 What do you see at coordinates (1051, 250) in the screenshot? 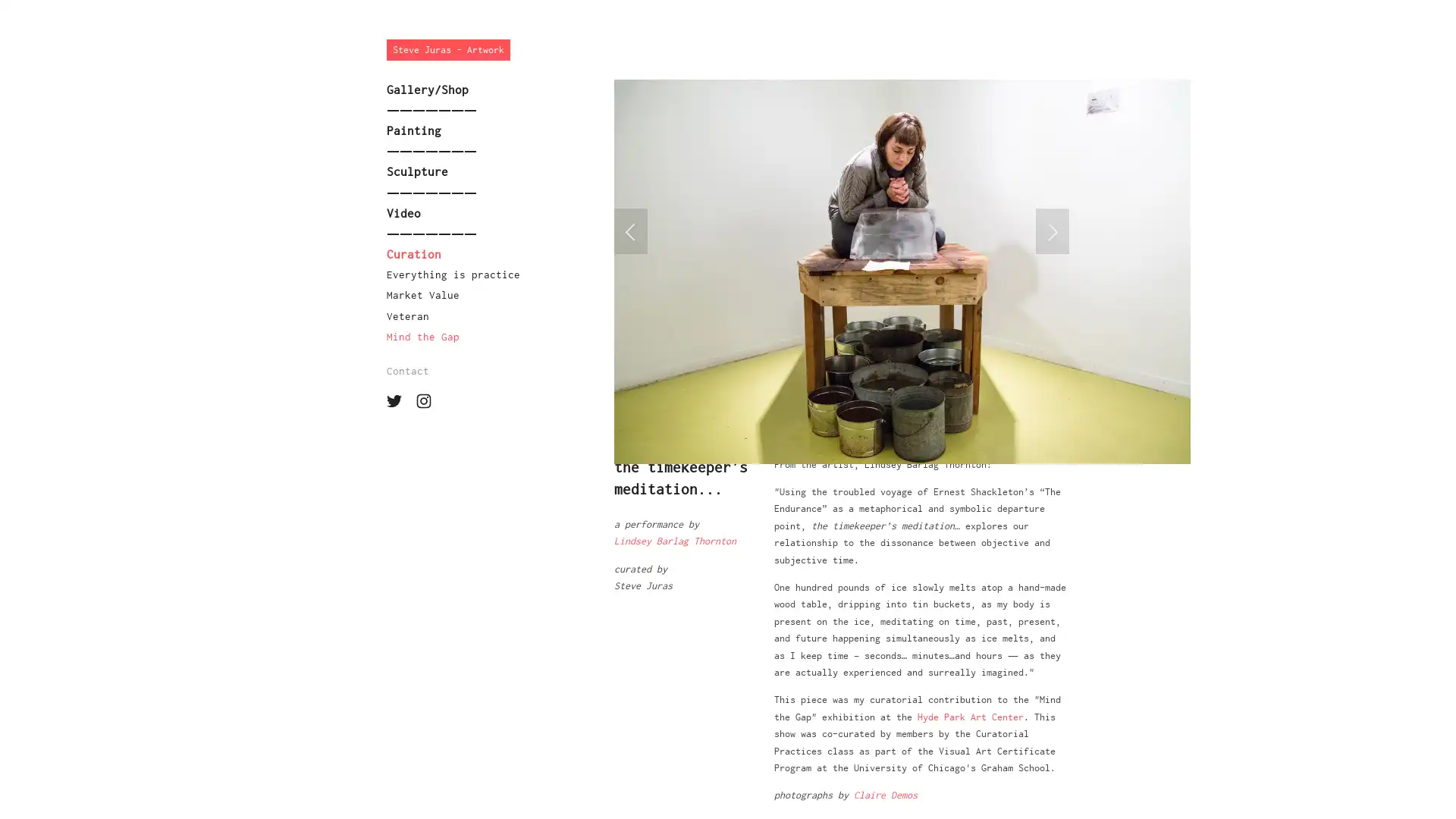
I see `Next Slide` at bounding box center [1051, 250].